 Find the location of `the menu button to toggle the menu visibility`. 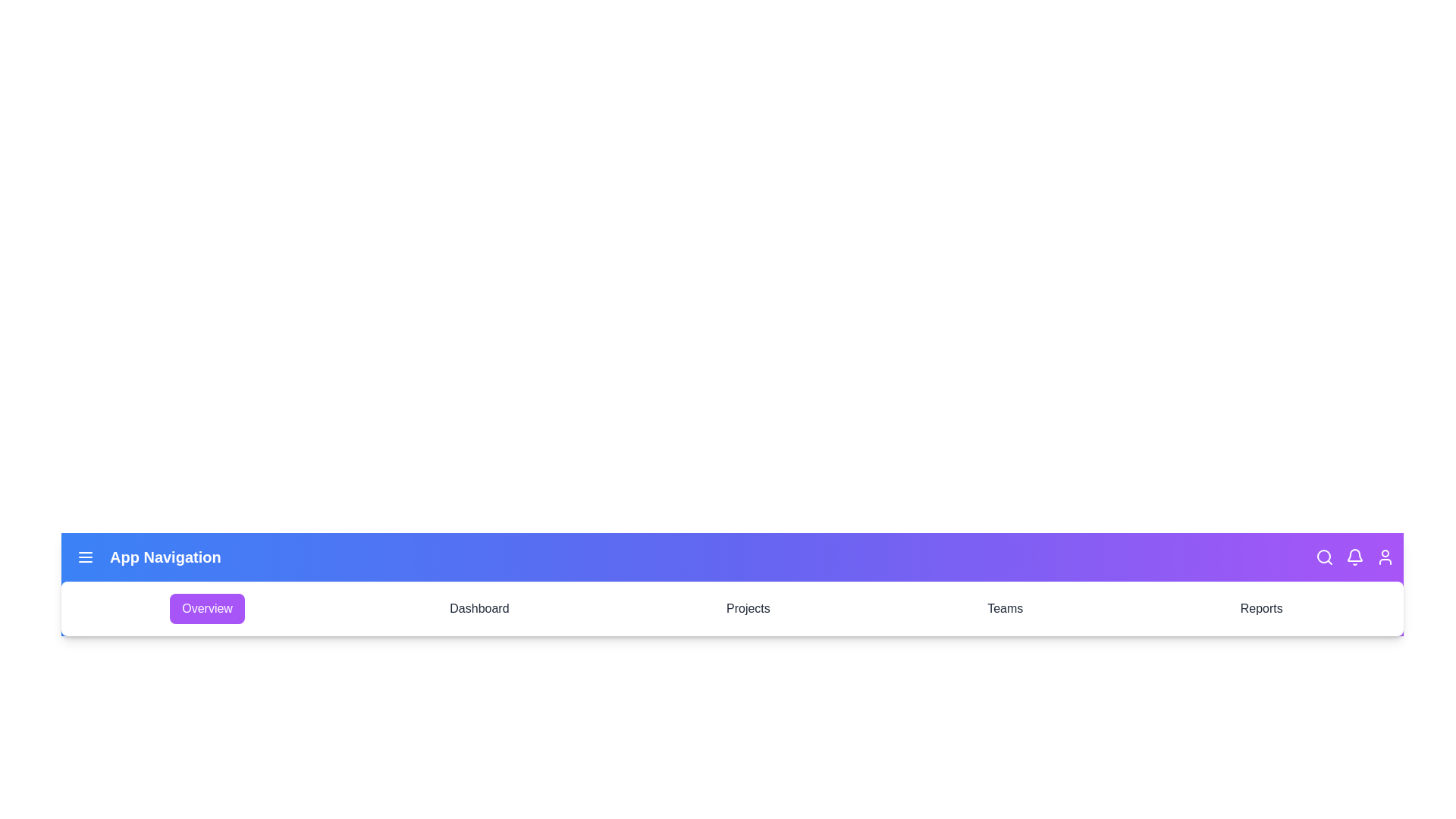

the menu button to toggle the menu visibility is located at coordinates (85, 557).